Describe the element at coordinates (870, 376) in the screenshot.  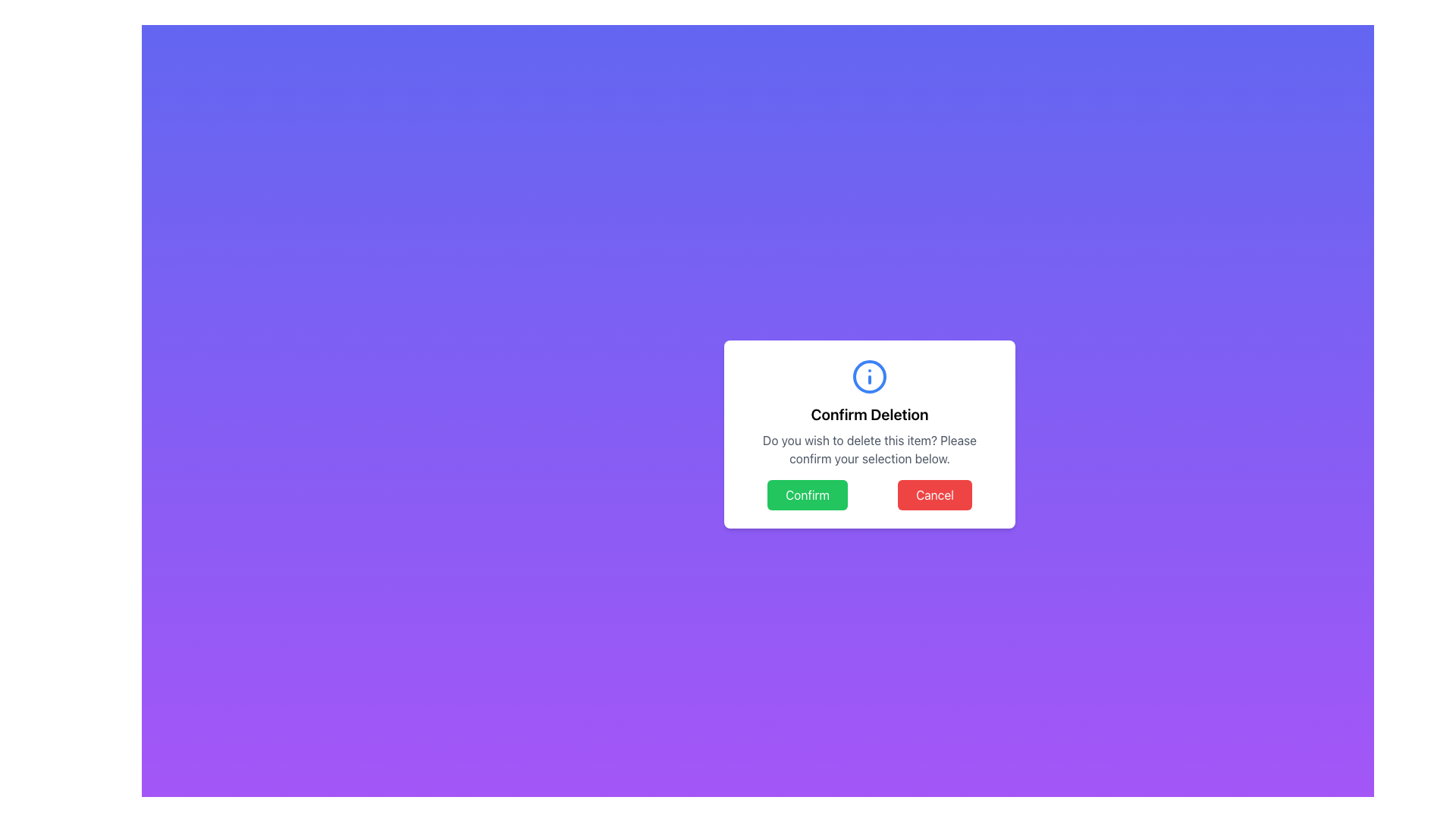
I see `the Vector Graphics Circle element located at the center of the info icon above the 'Confirm Deletion' text in the modal dialog box` at that location.